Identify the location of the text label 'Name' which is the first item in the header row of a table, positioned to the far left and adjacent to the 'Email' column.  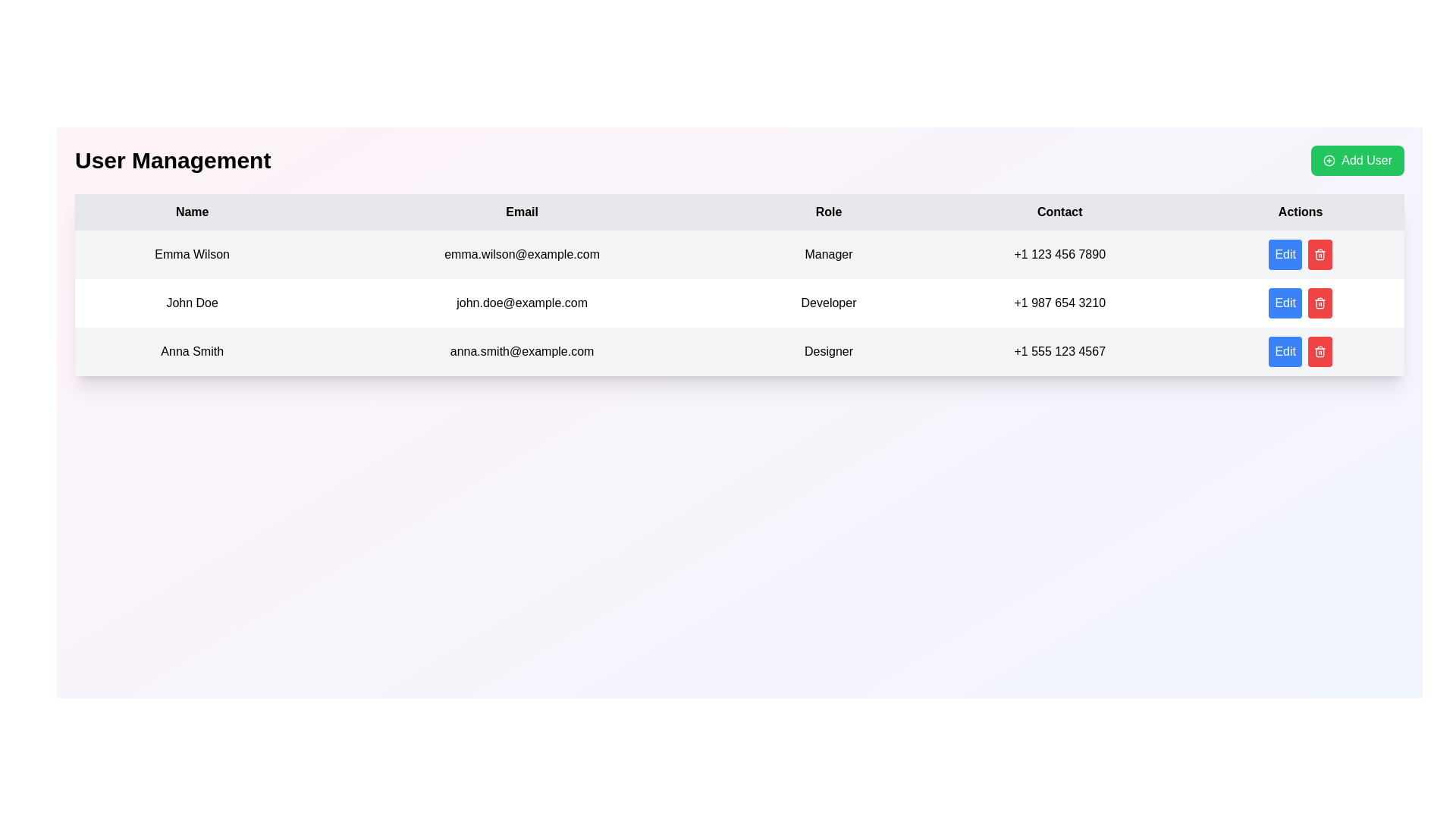
(191, 212).